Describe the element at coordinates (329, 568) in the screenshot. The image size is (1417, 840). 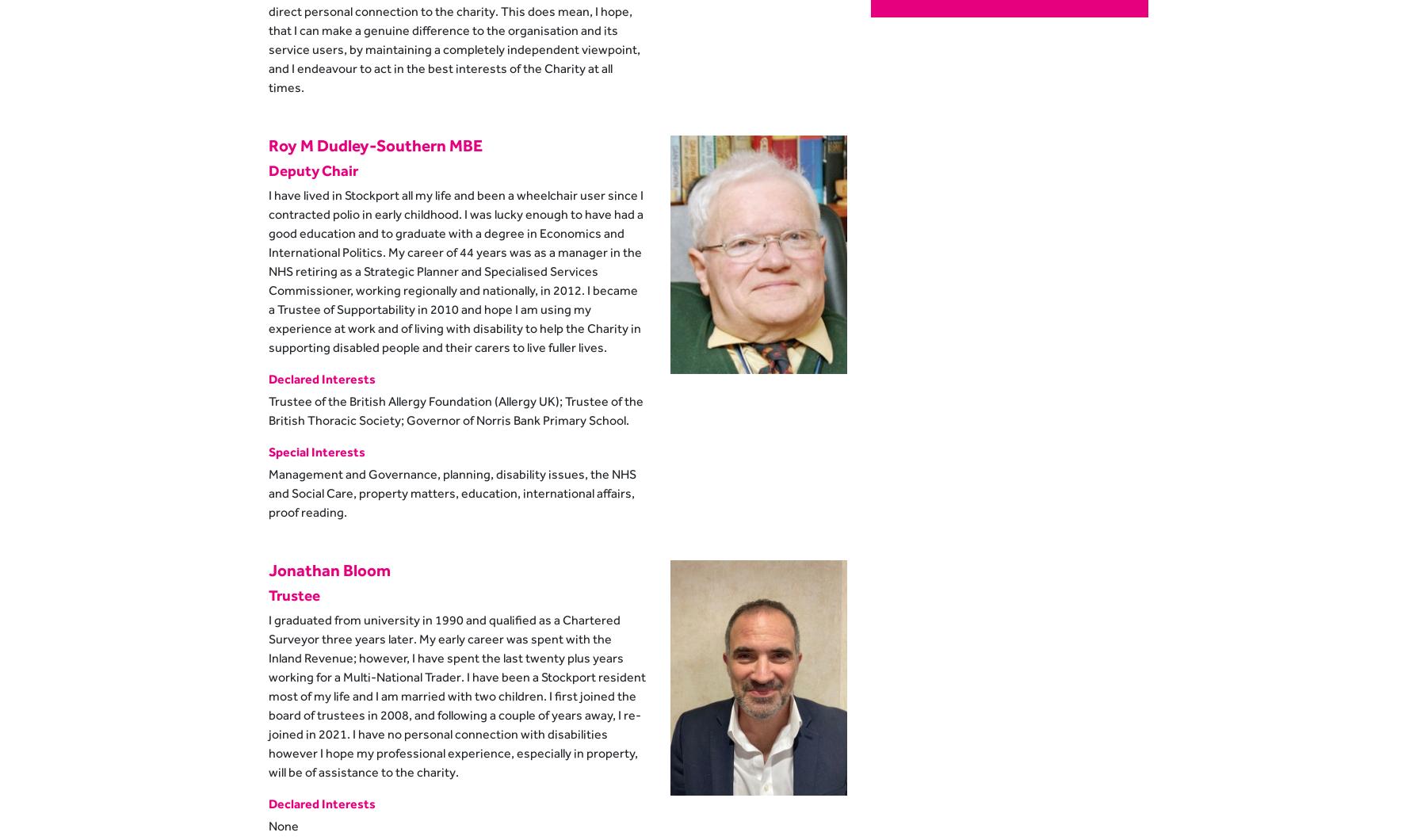
I see `'Jonathan Bloom'` at that location.